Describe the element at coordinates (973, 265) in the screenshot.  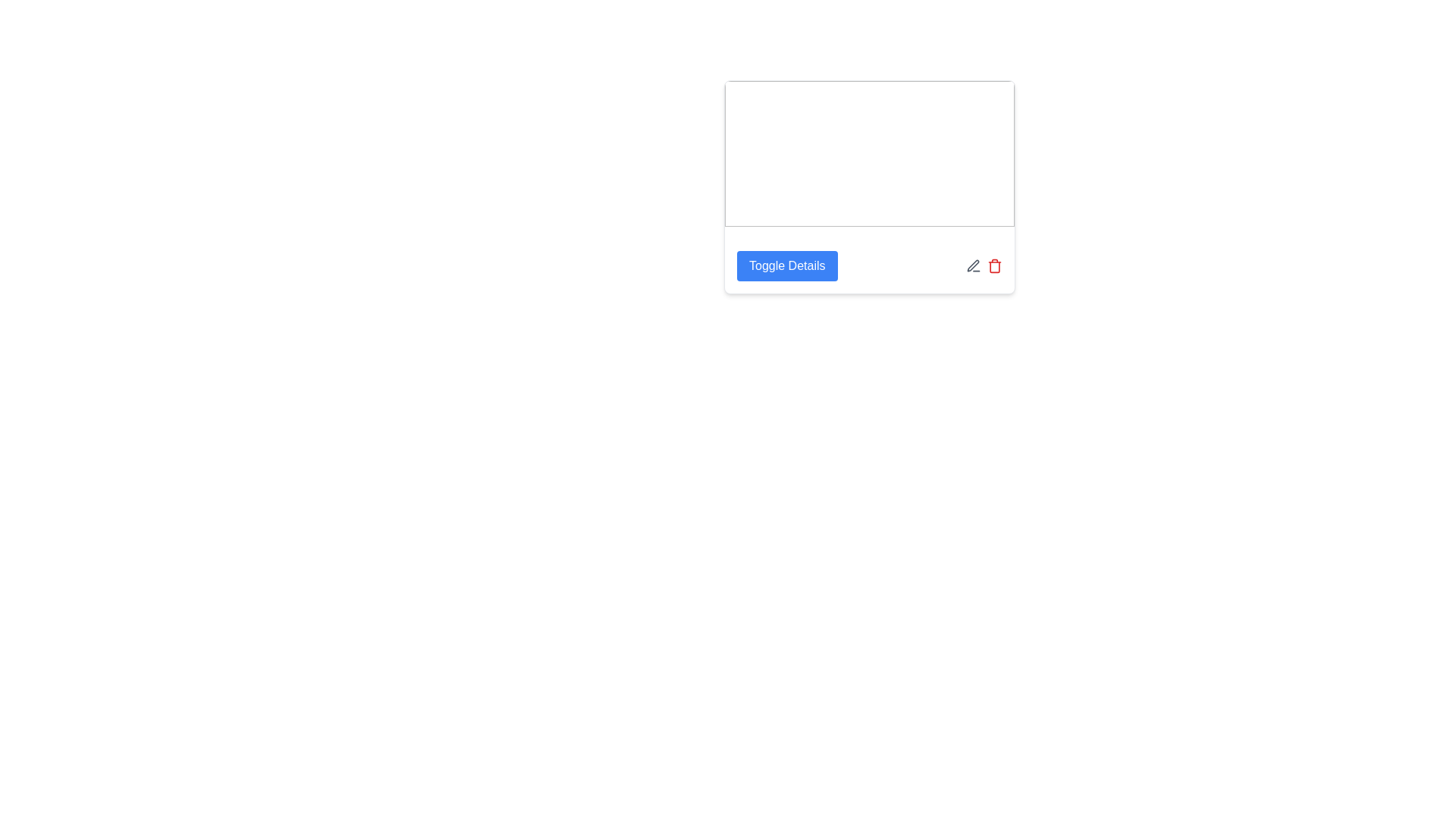
I see `the pen or editing tool icon located in the bottom right section of the interface, which signifies options for editing or modifying content` at that location.